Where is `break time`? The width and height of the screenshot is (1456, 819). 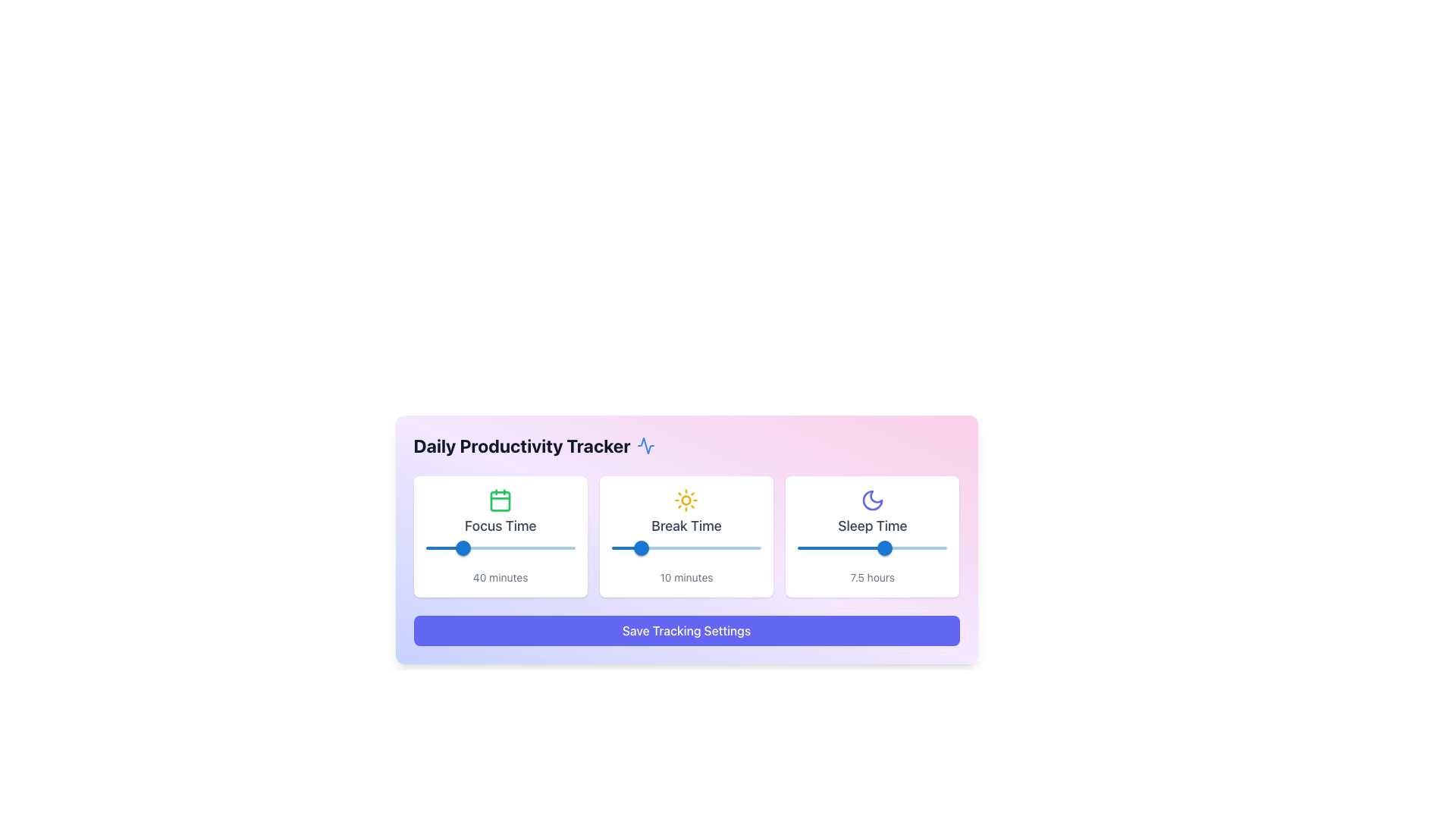
break time is located at coordinates (645, 548).